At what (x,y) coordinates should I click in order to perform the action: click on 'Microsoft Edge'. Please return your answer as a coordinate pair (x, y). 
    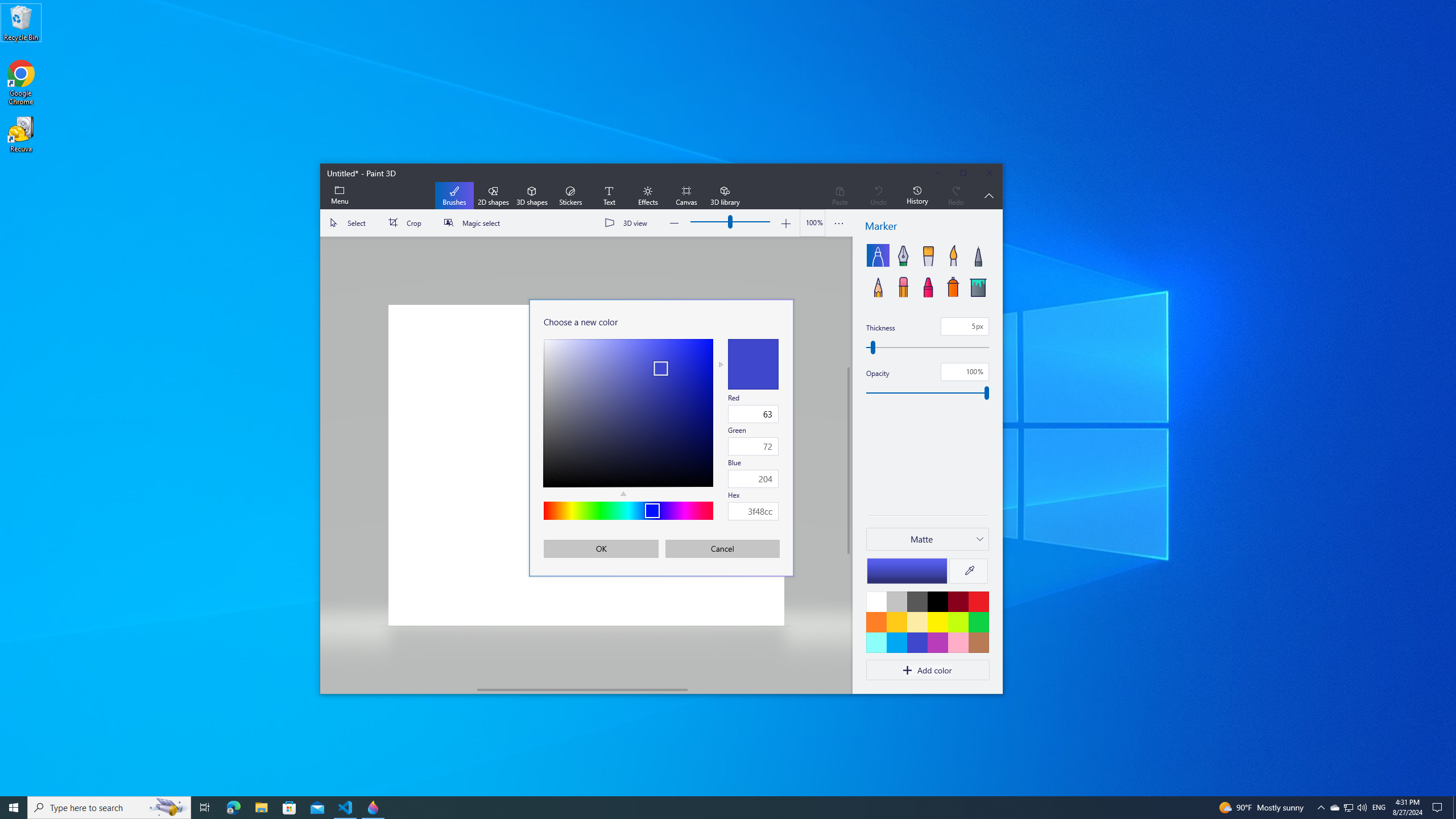
    Looking at the image, I should click on (233, 806).